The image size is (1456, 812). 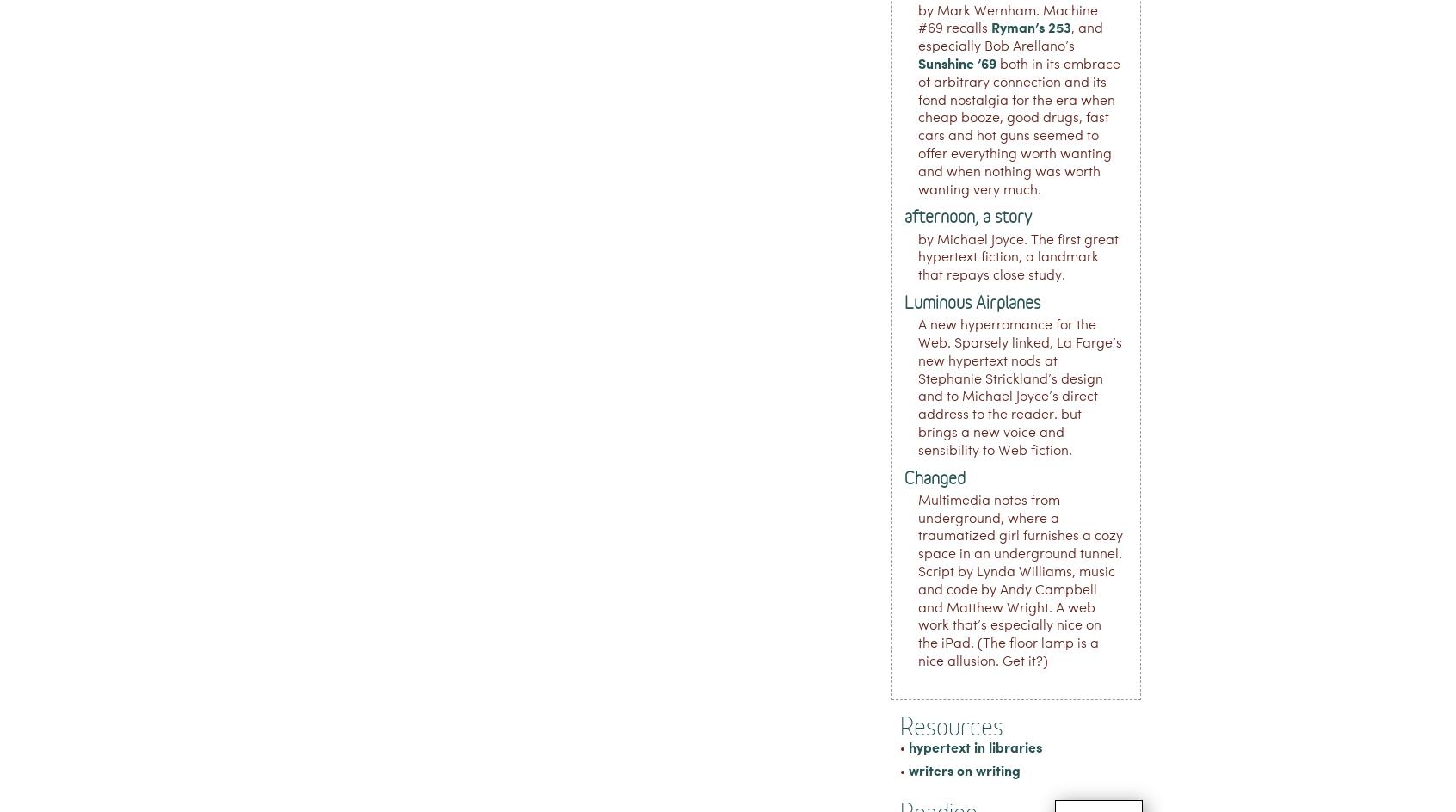 What do you see at coordinates (968, 216) in the screenshot?
I see `'afternoon, a story'` at bounding box center [968, 216].